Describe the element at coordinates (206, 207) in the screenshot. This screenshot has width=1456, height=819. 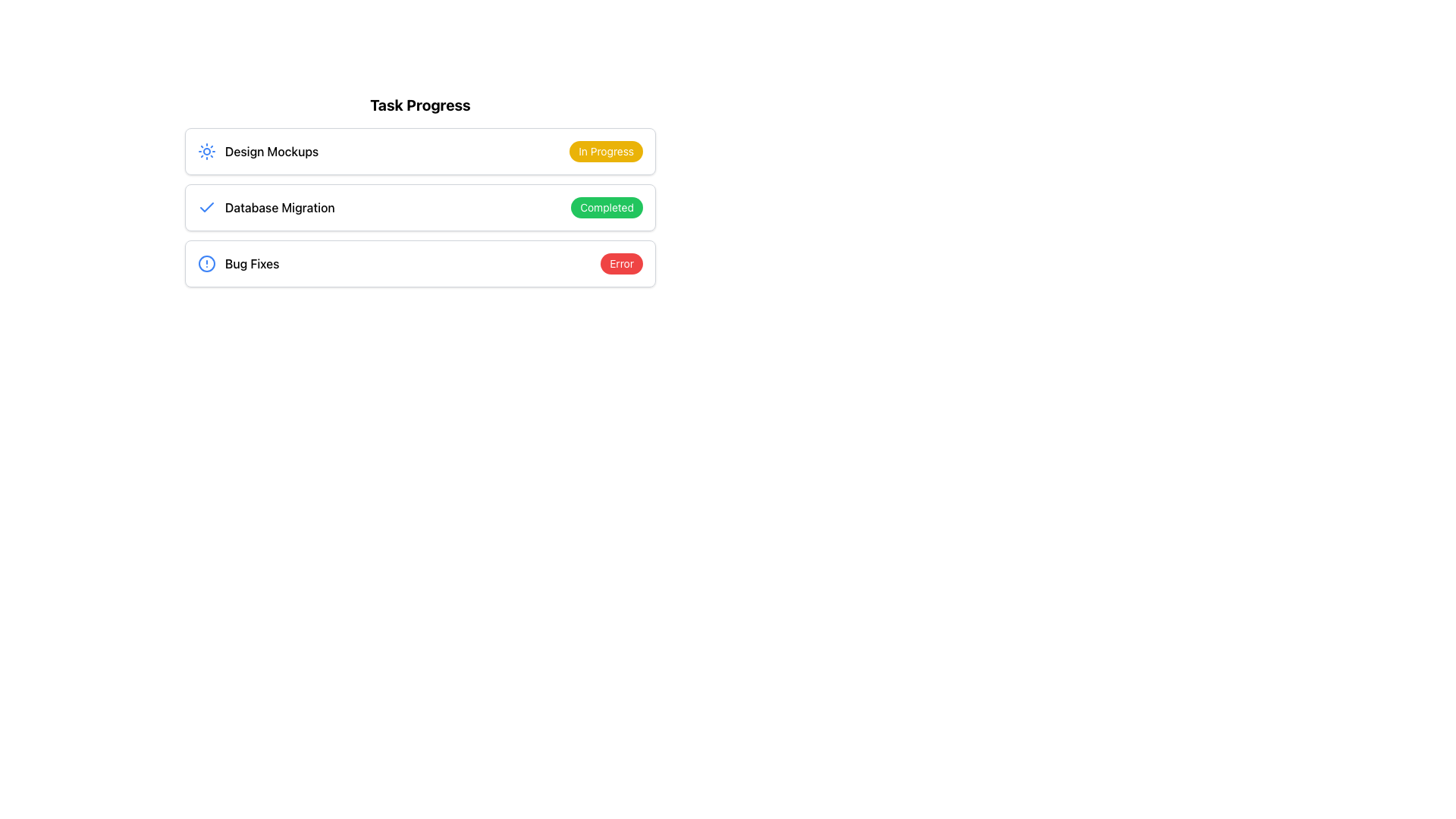
I see `the blue checkmark icon located to the left of the 'Database Migration' entry in the structured list` at that location.